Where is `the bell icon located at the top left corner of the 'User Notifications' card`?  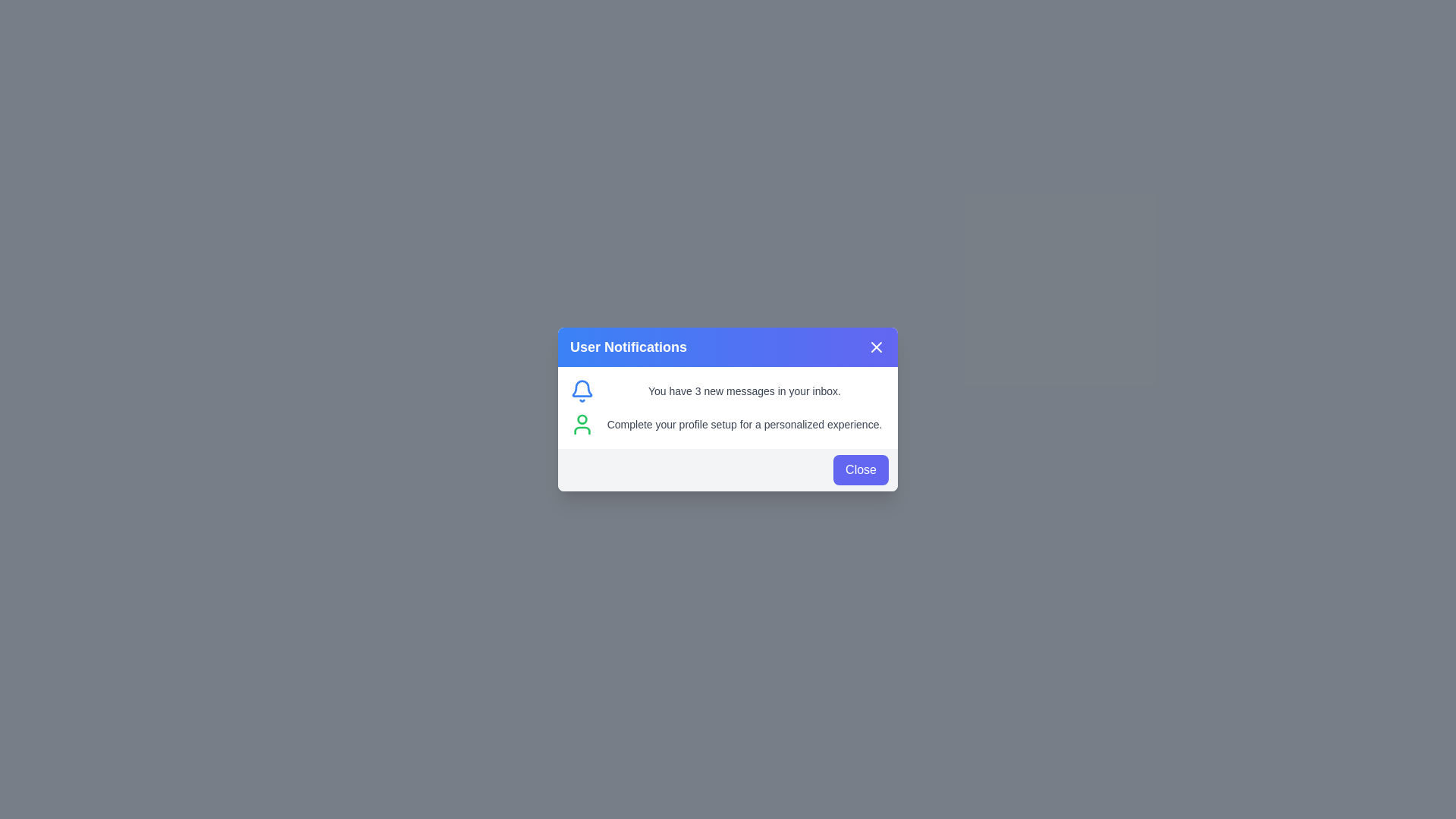 the bell icon located at the top left corner of the 'User Notifications' card is located at coordinates (582, 388).